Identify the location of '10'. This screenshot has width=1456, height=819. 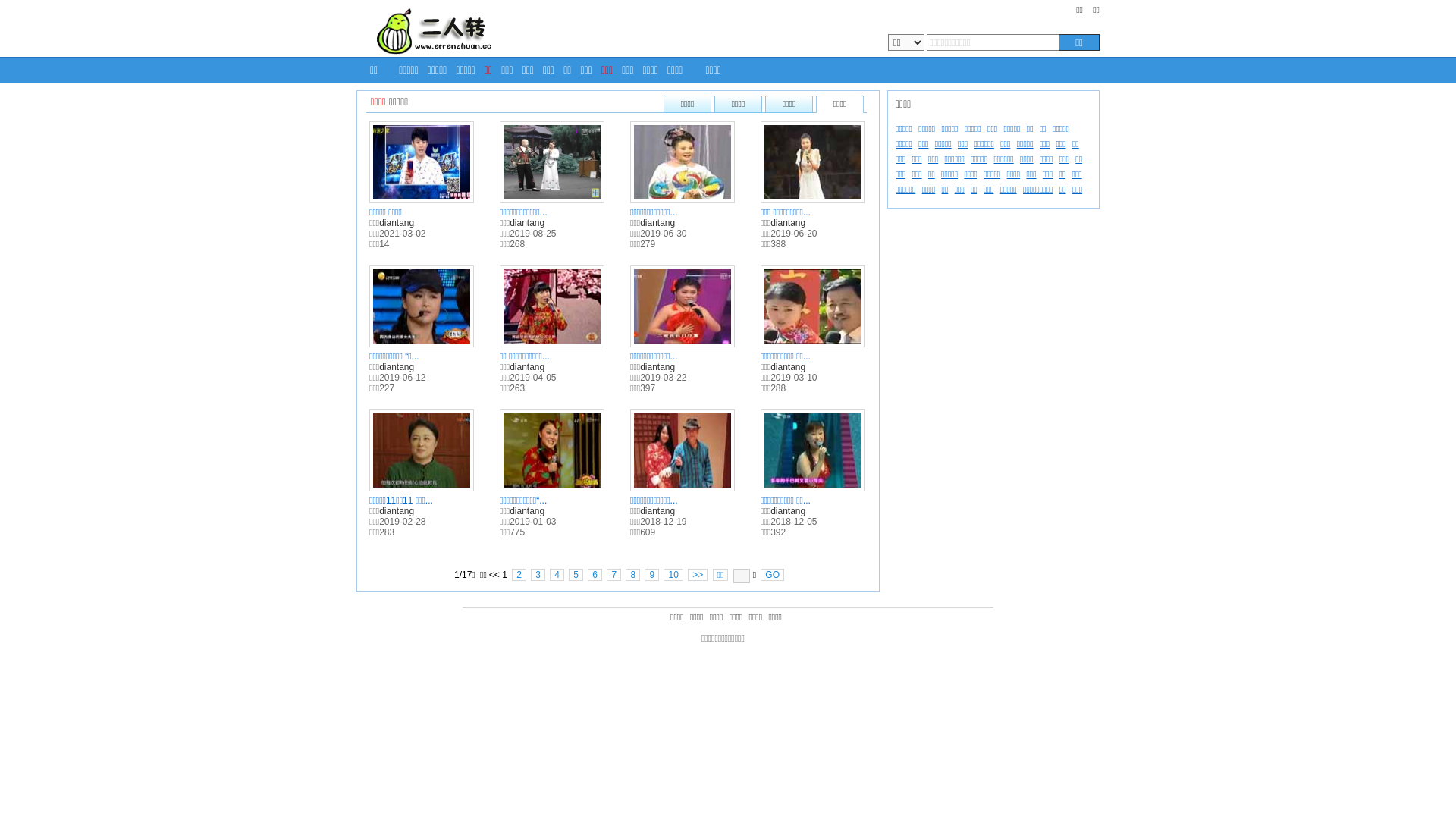
(663, 575).